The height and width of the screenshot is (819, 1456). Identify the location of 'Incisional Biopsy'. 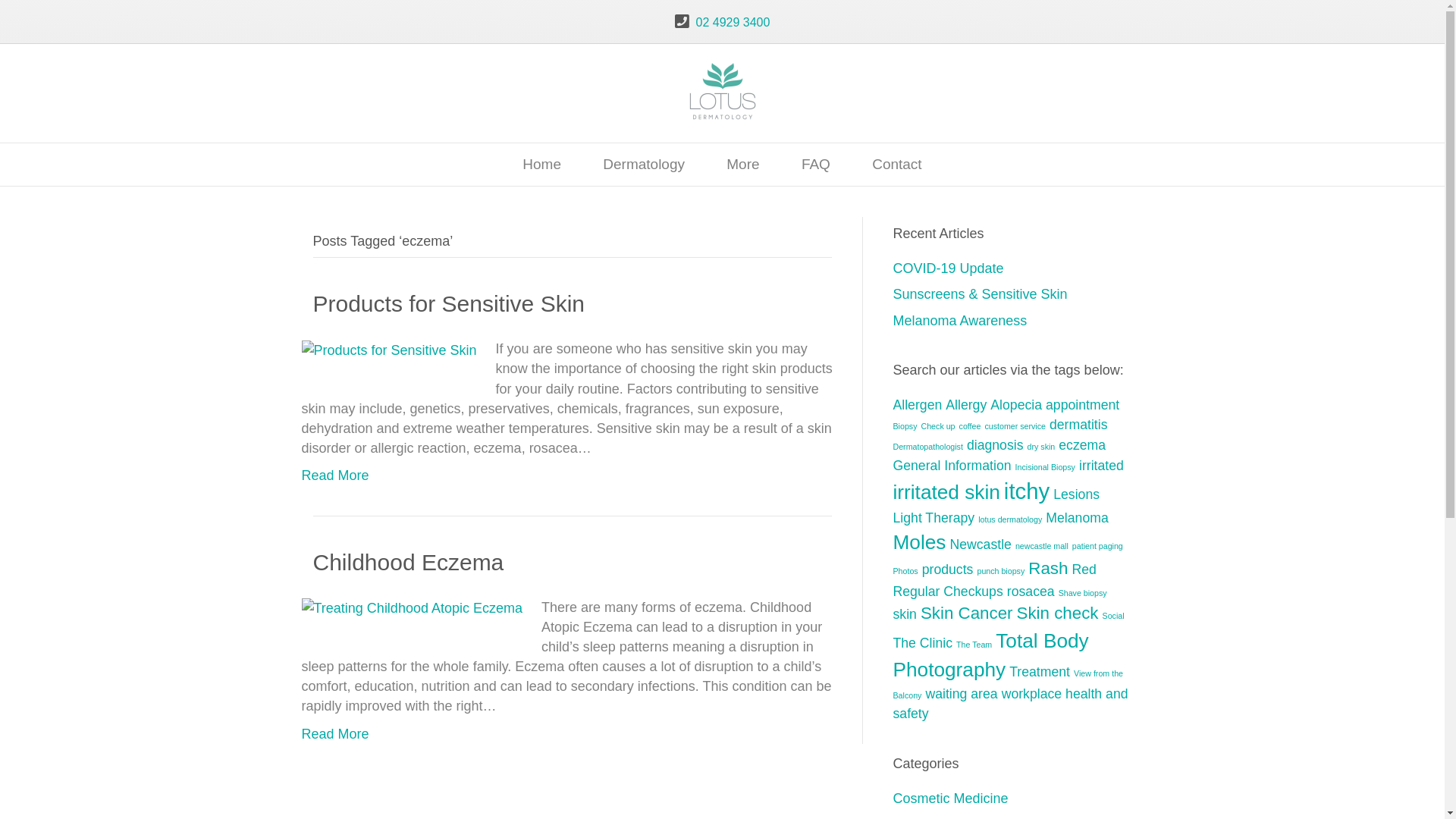
(1044, 466).